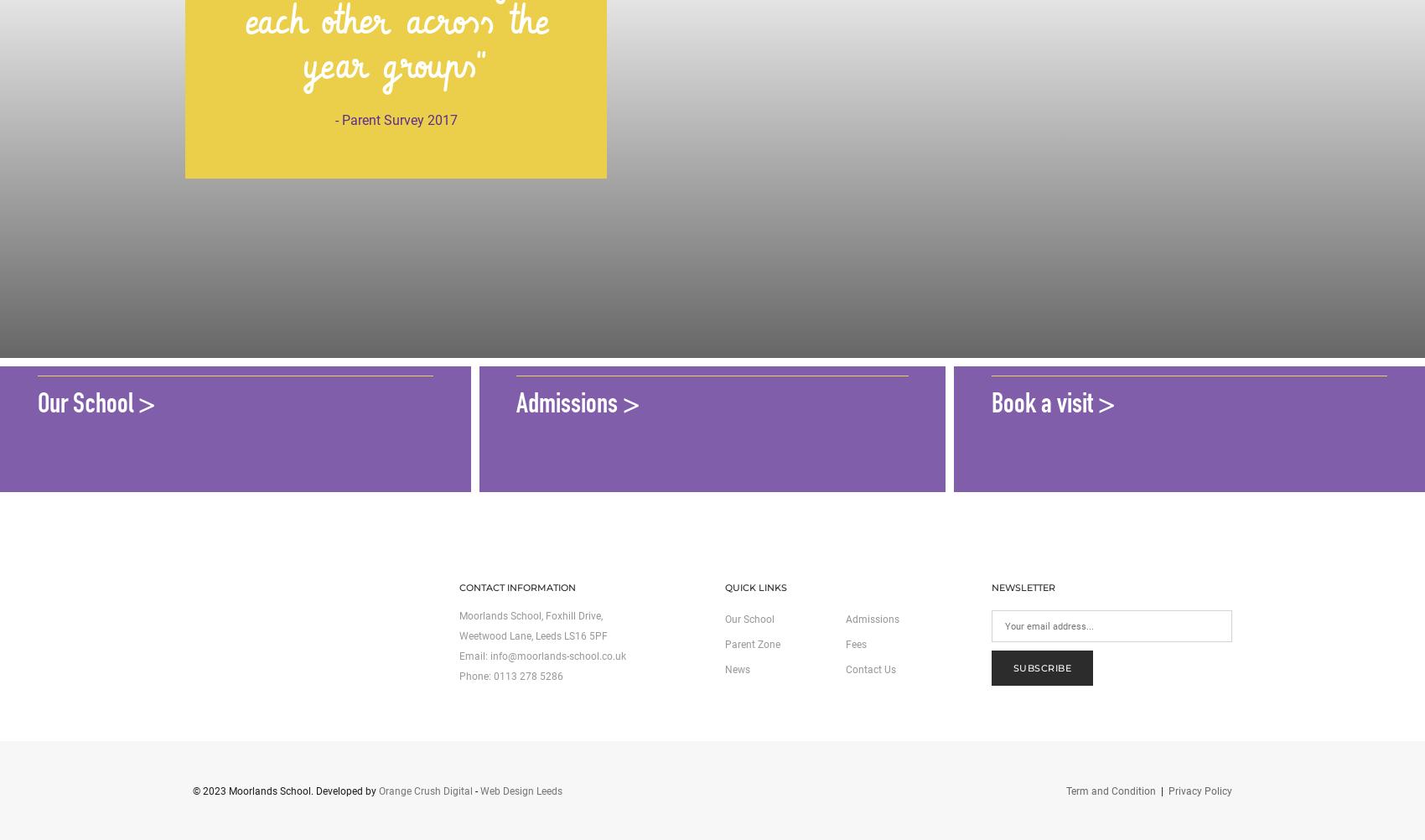 The width and height of the screenshot is (1425, 840). Describe the element at coordinates (1111, 790) in the screenshot. I see `'Term and Condition'` at that location.